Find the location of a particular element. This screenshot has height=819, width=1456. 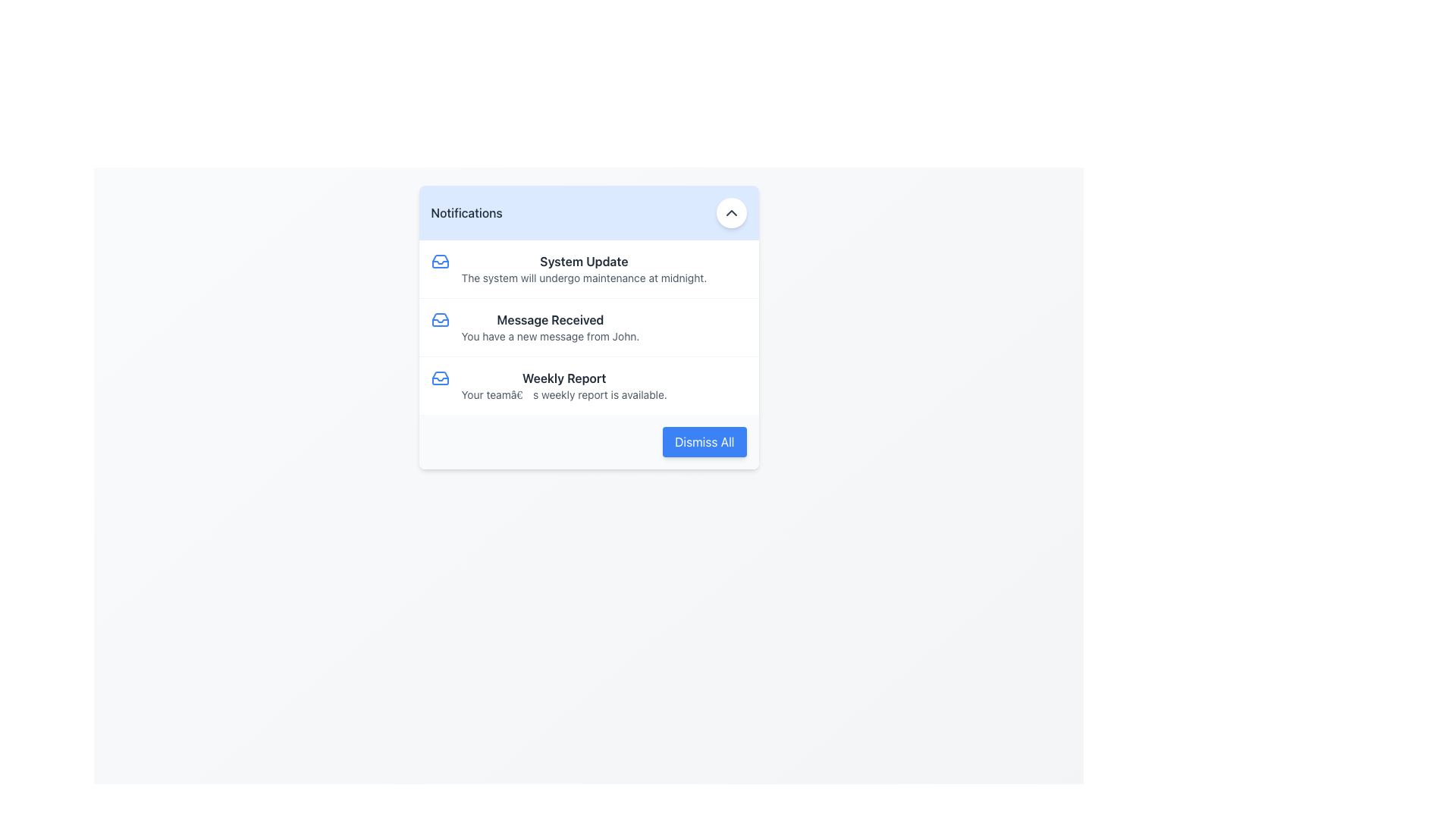

the dismiss button at the bottom-right corner of the notification panel is located at coordinates (704, 441).